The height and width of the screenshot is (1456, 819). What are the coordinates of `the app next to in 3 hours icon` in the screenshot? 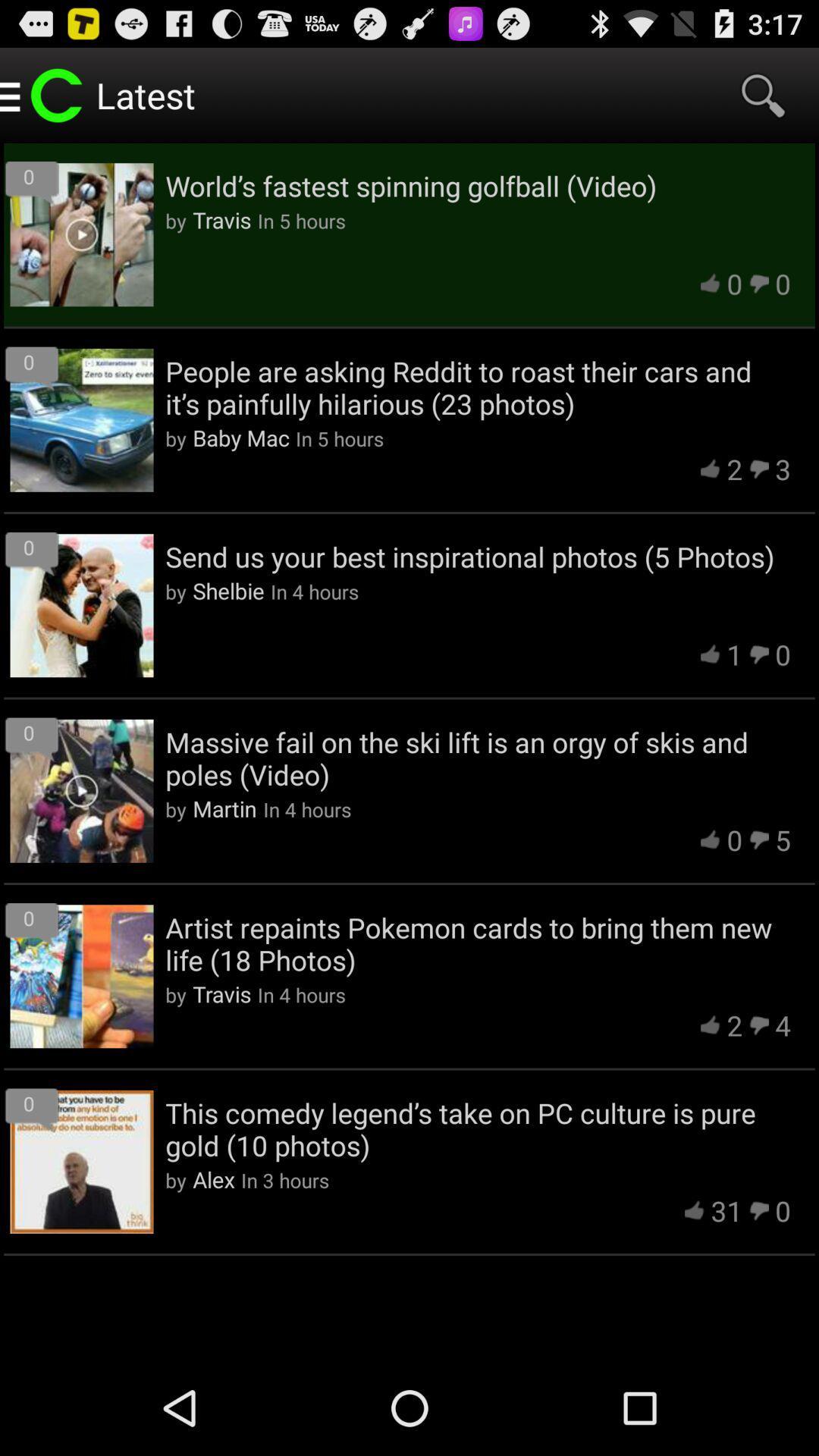 It's located at (213, 1178).